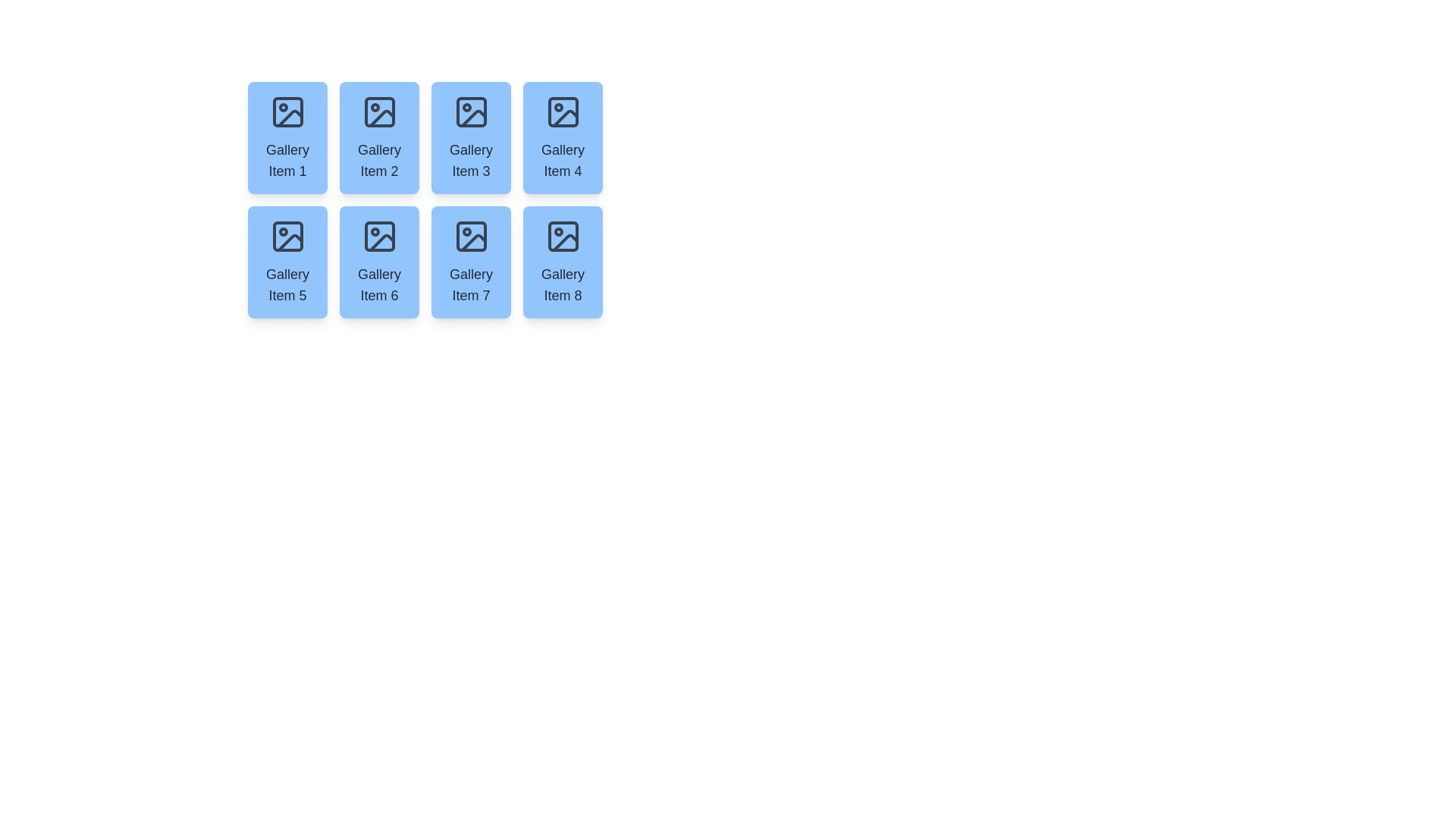 This screenshot has height=819, width=1456. Describe the element at coordinates (562, 111) in the screenshot. I see `the rounded rectangle element that represents an image placeholder, located in the fourth icon of the grid layout` at that location.